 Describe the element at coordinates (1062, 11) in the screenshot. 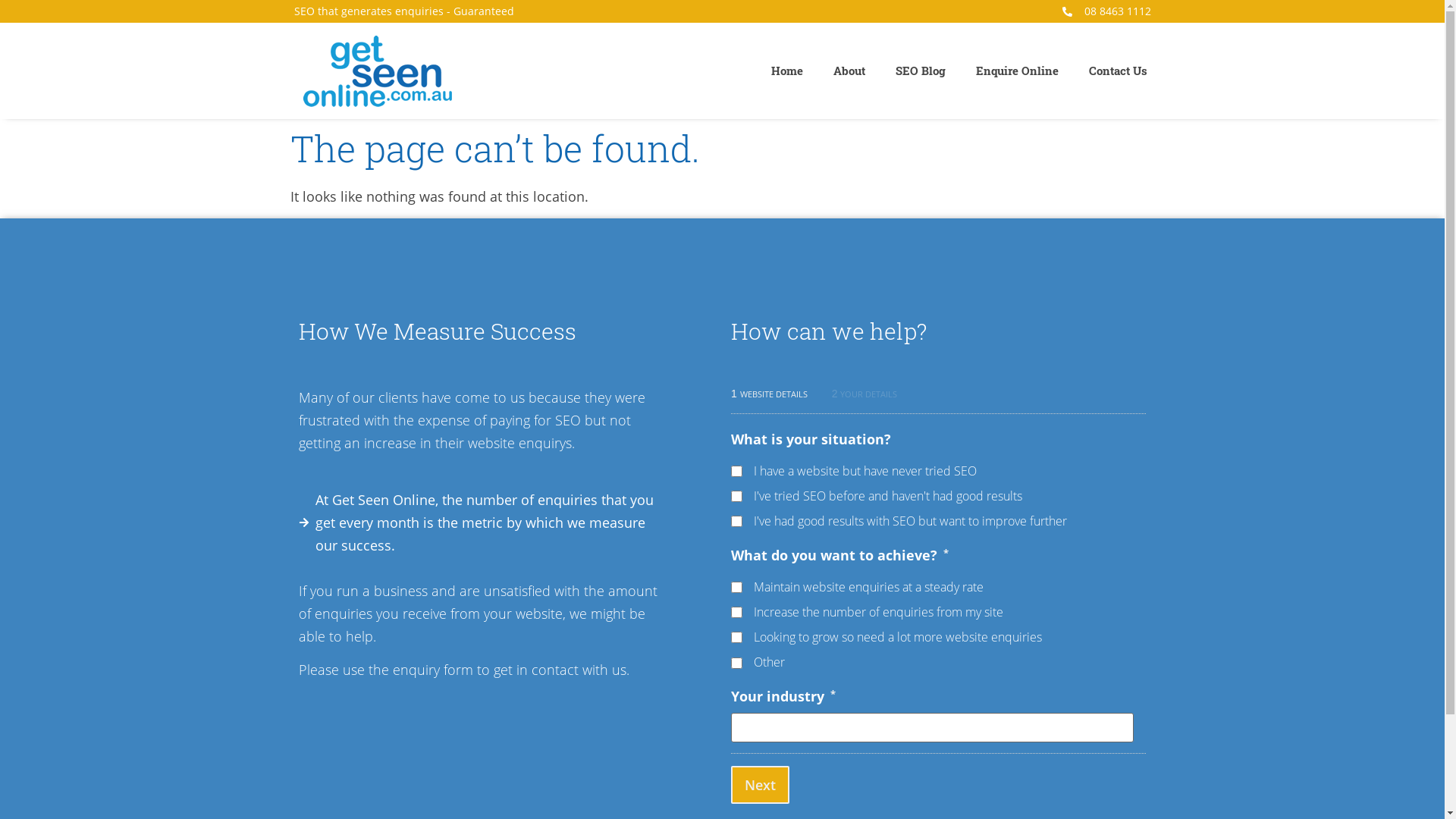

I see `'08 8463 1112'` at that location.